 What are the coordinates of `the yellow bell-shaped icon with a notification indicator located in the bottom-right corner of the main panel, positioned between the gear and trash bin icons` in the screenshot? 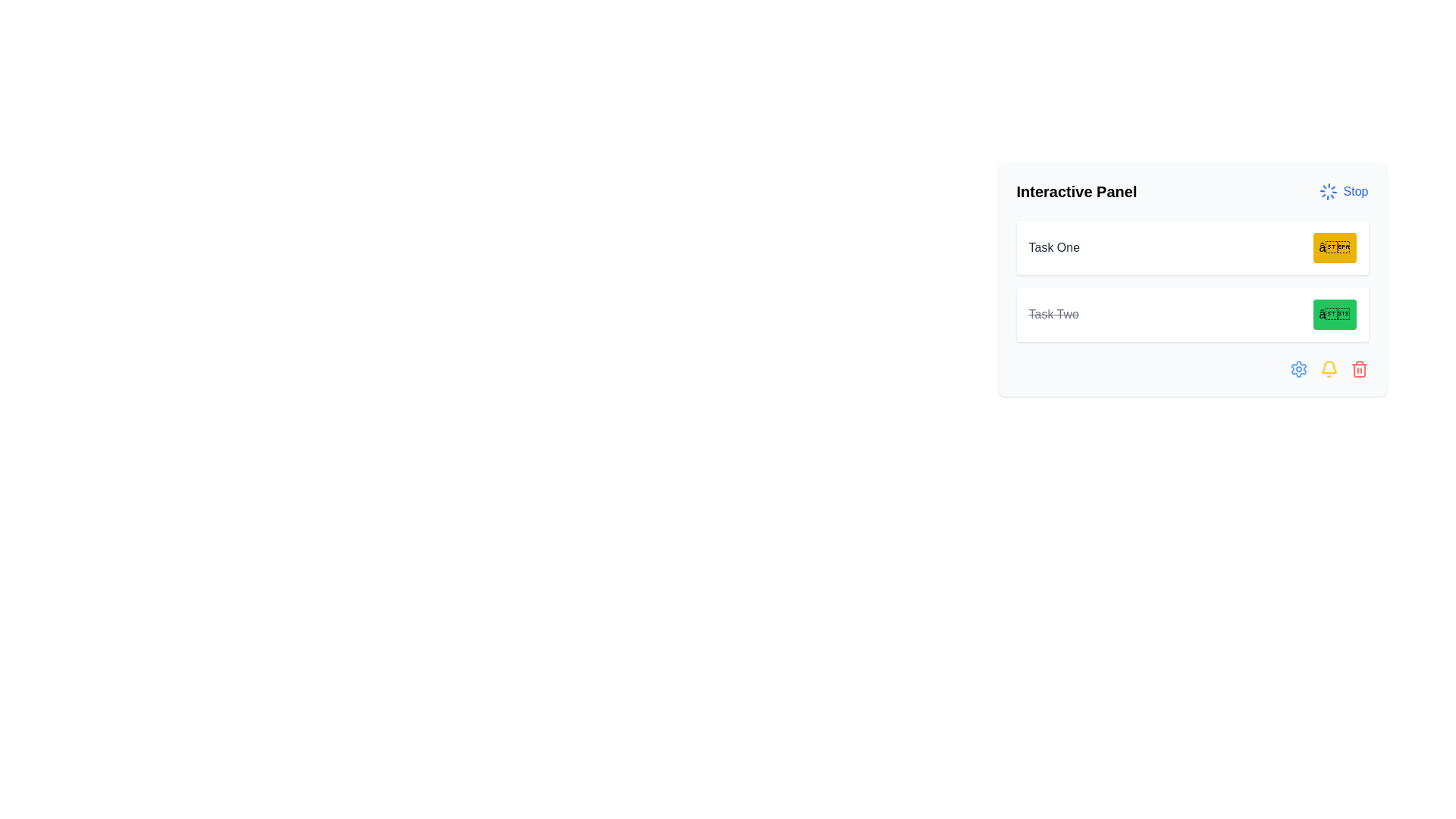 It's located at (1328, 369).